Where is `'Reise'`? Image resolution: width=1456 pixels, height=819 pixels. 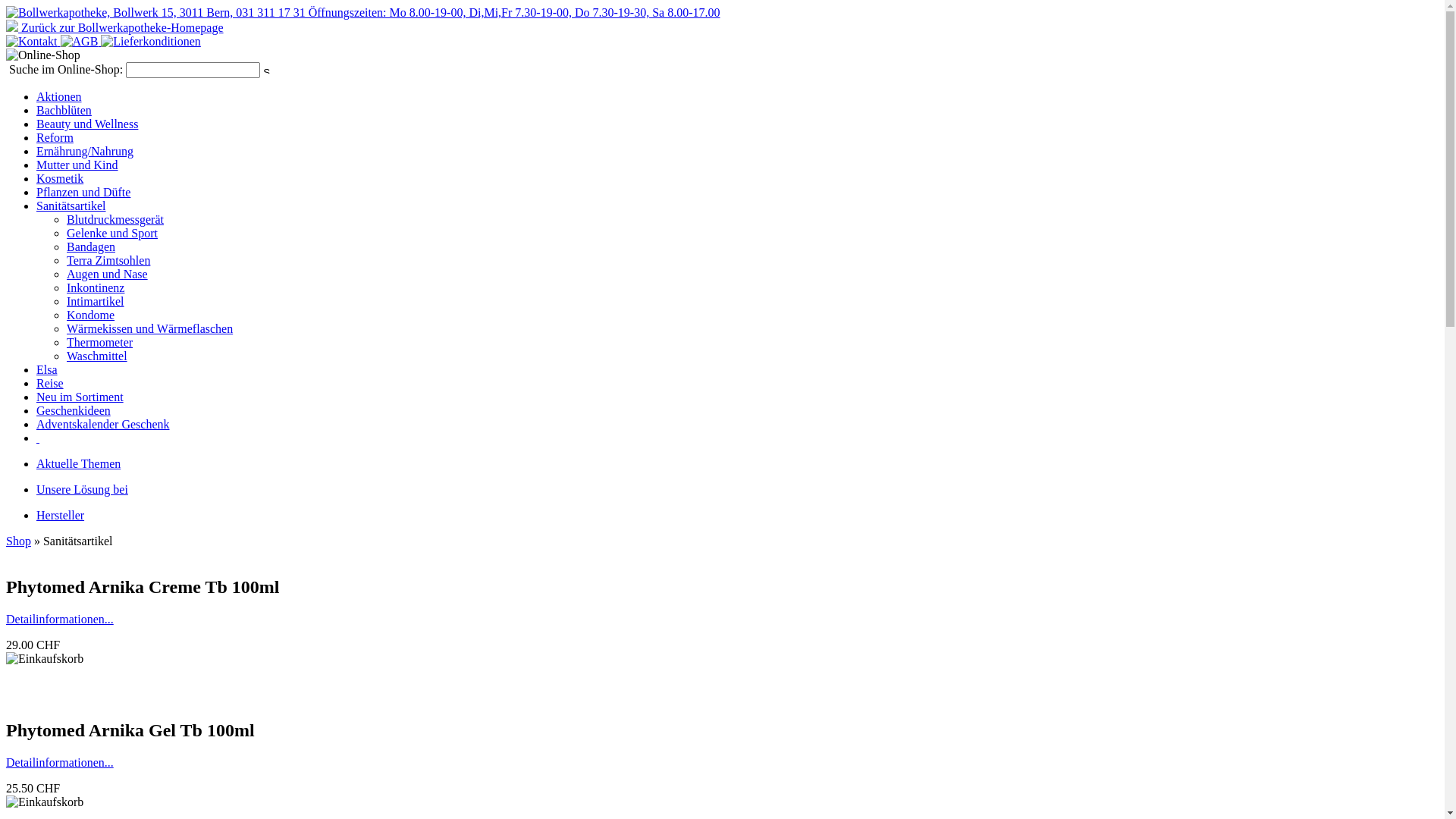 'Reise' is located at coordinates (36, 382).